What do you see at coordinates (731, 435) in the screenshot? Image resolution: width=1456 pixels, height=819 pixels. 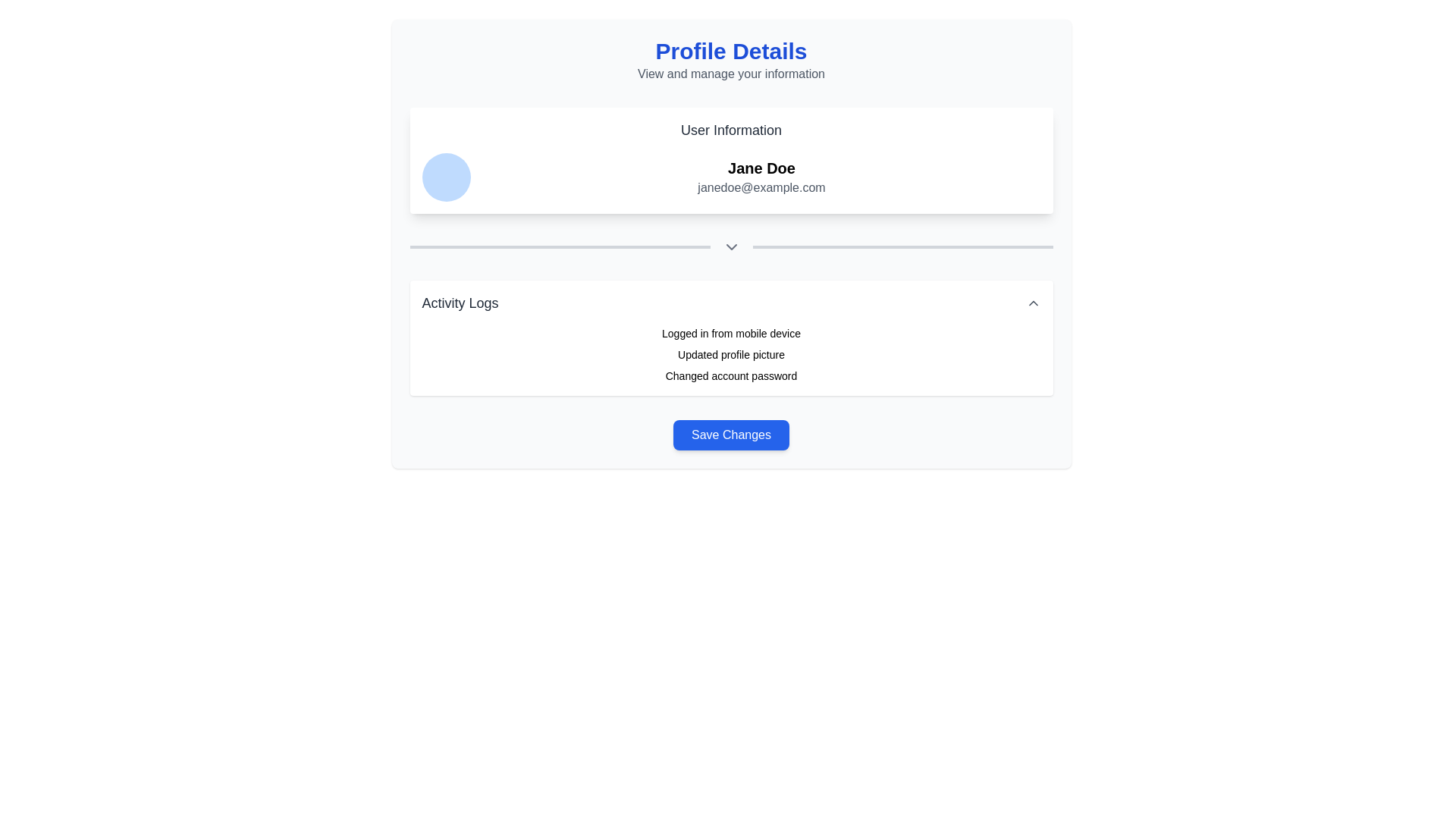 I see `the 'Save Changes' button located at the bottom of the interface` at bounding box center [731, 435].